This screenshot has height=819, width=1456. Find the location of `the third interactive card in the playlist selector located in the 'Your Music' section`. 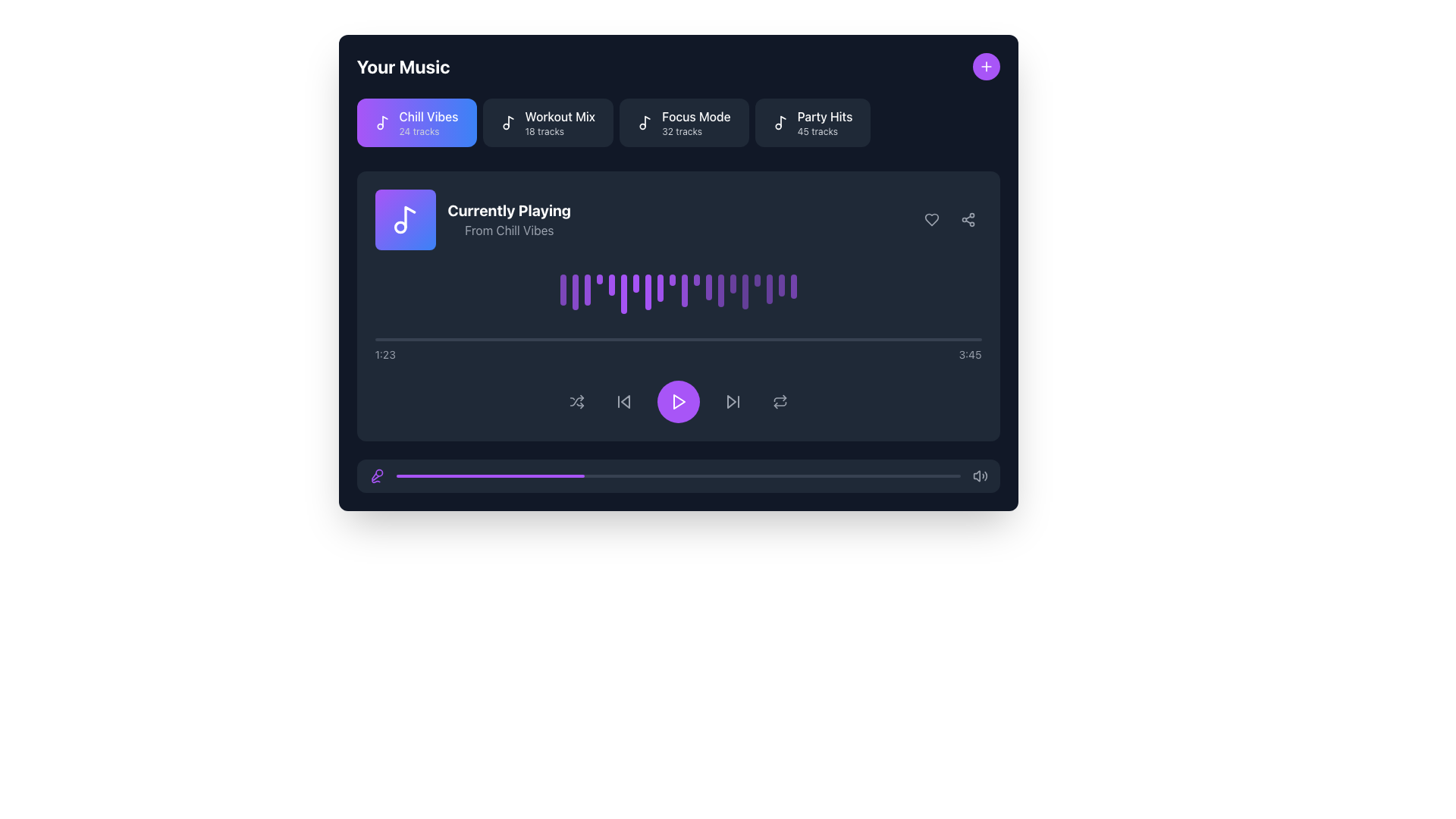

the third interactive card in the playlist selector located in the 'Your Music' section is located at coordinates (677, 124).